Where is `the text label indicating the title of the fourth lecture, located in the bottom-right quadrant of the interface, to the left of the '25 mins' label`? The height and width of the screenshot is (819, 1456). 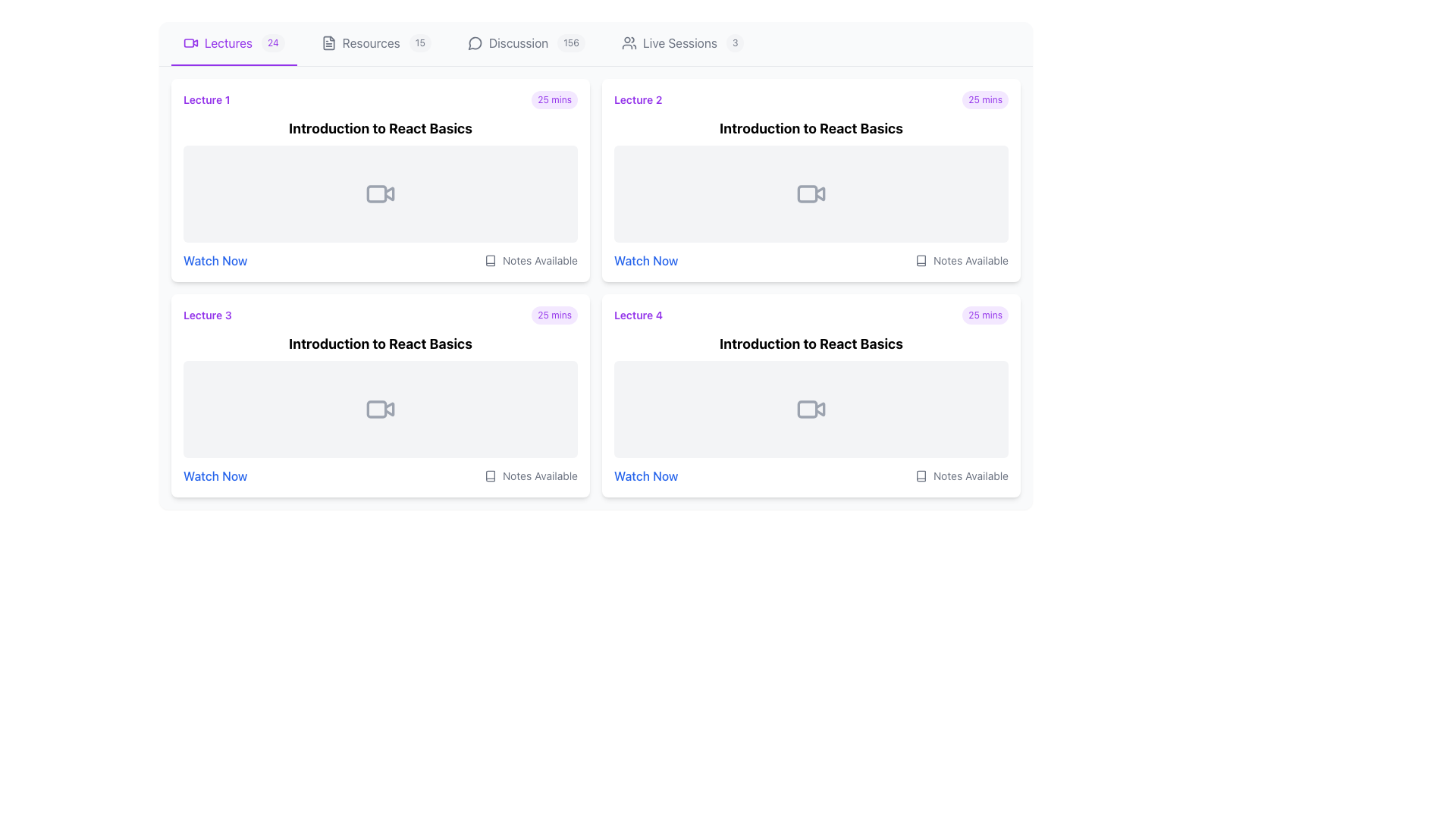 the text label indicating the title of the fourth lecture, located in the bottom-right quadrant of the interface, to the left of the '25 mins' label is located at coordinates (639, 315).